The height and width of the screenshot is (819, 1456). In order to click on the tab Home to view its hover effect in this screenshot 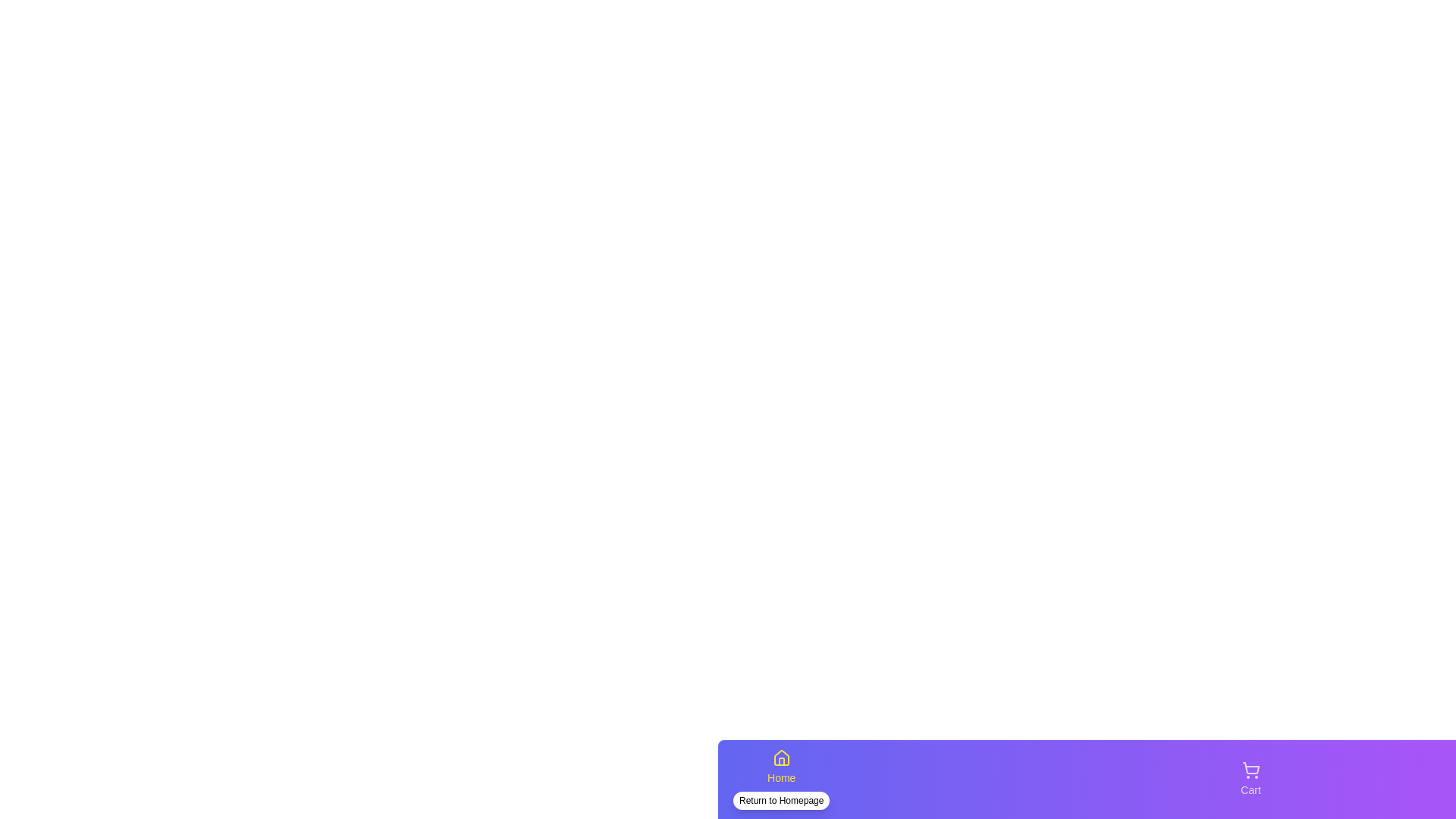, I will do `click(781, 780)`.